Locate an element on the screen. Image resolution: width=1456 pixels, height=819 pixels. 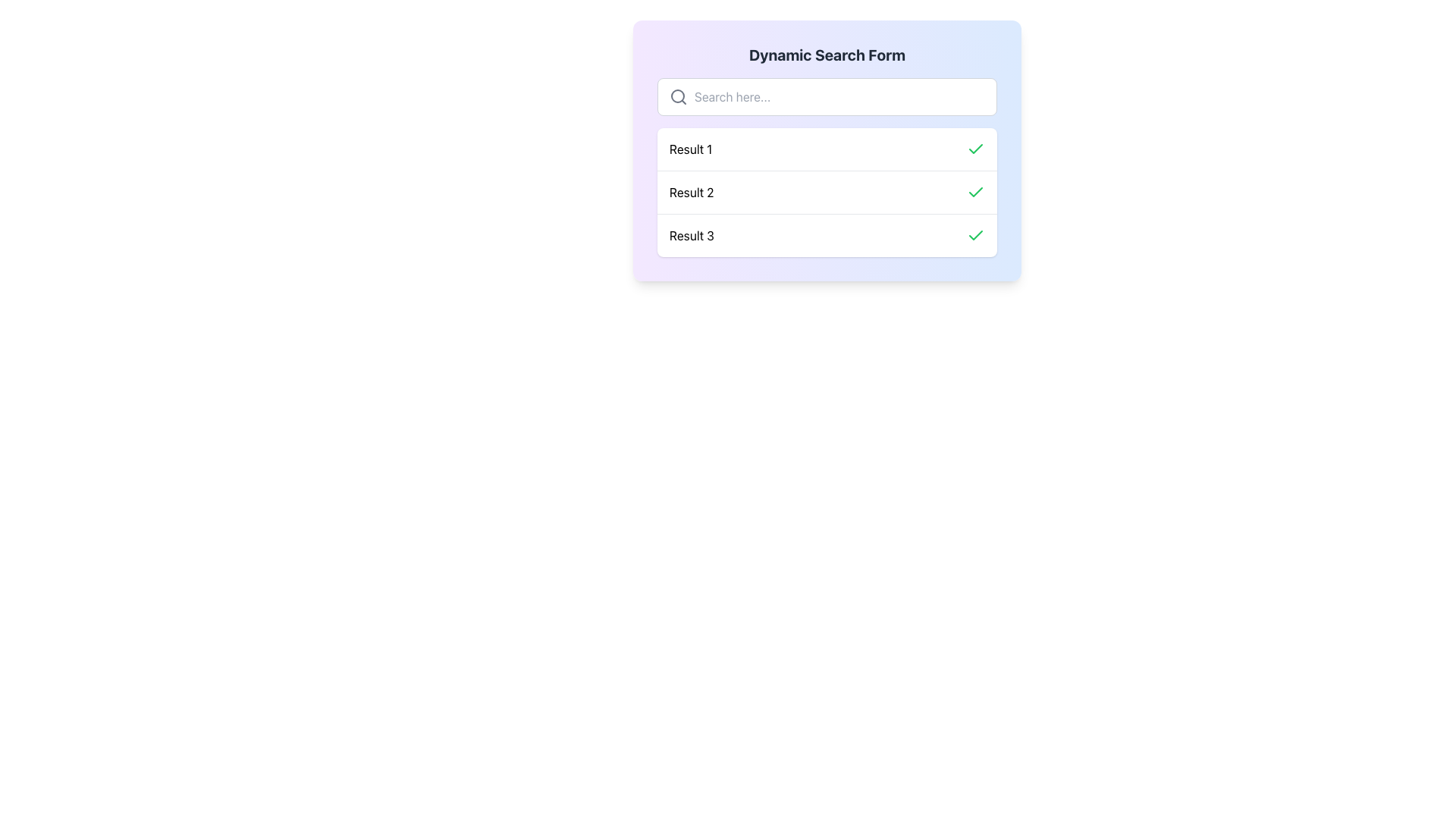
the inner circle of the search icon, represented as a Decorative SVG circle, indicating its usage for searching functionality is located at coordinates (676, 96).